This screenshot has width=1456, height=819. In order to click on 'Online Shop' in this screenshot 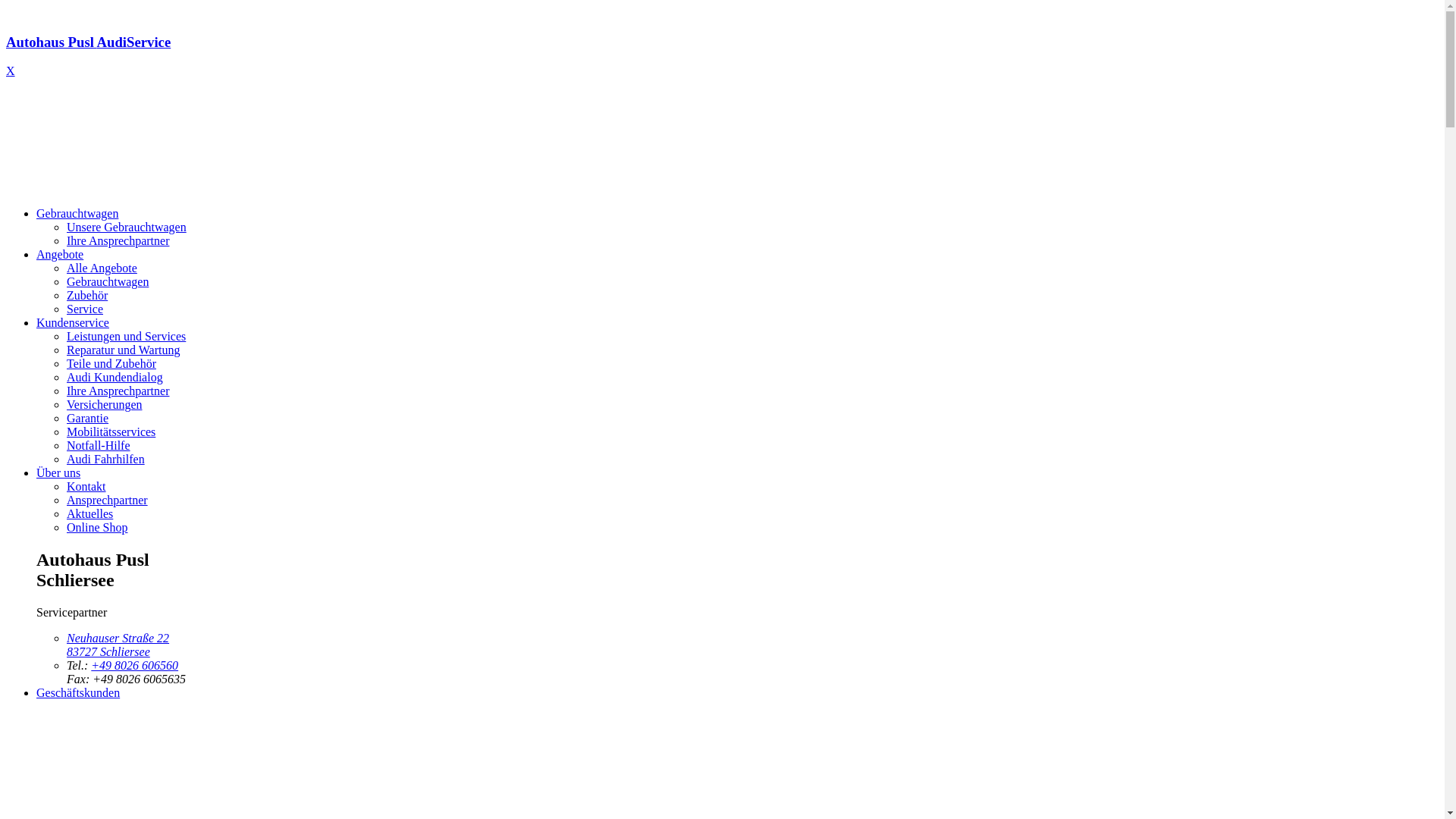, I will do `click(96, 526)`.